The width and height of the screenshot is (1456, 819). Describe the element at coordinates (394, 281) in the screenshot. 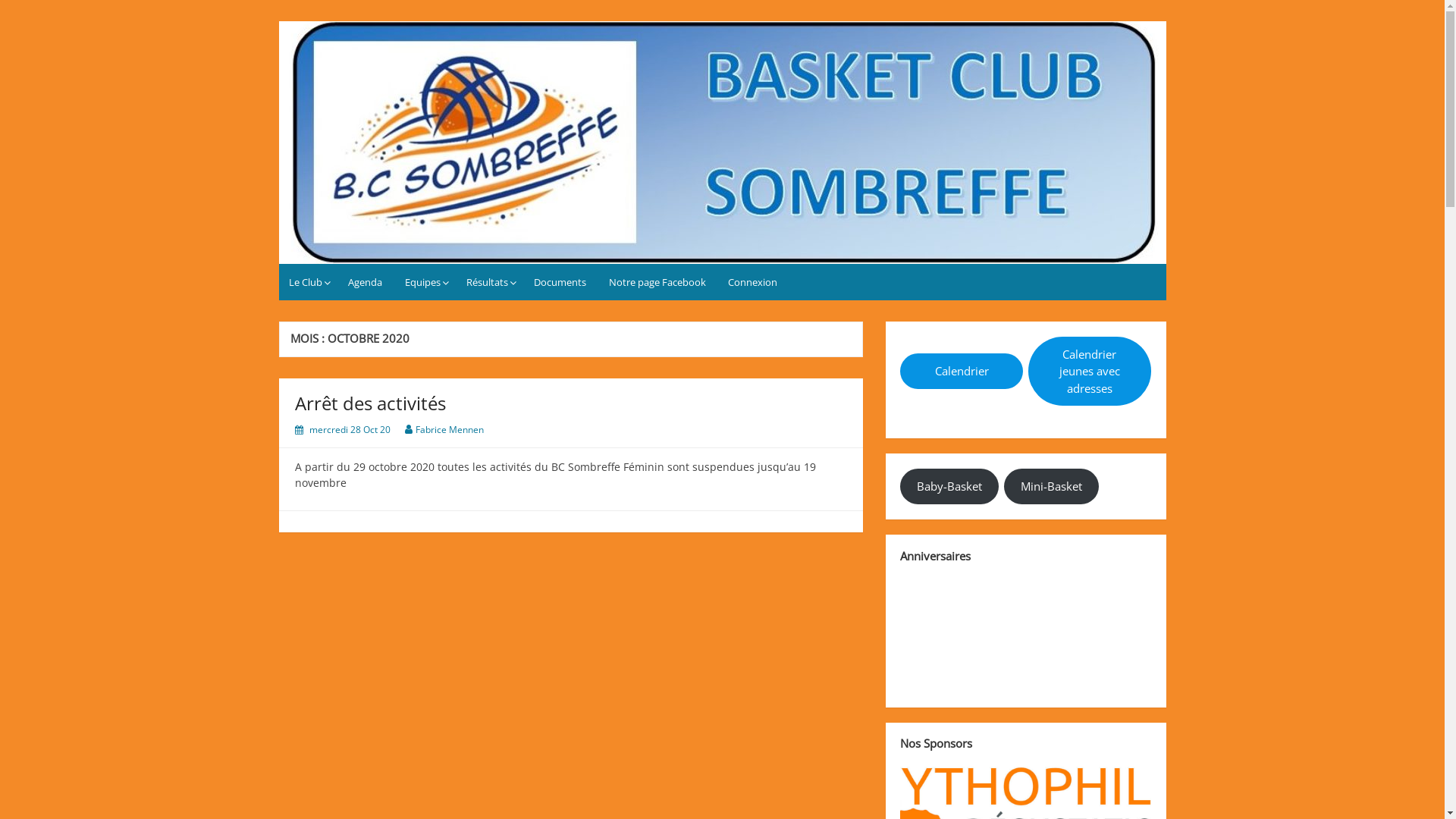

I see `'Equipes'` at that location.